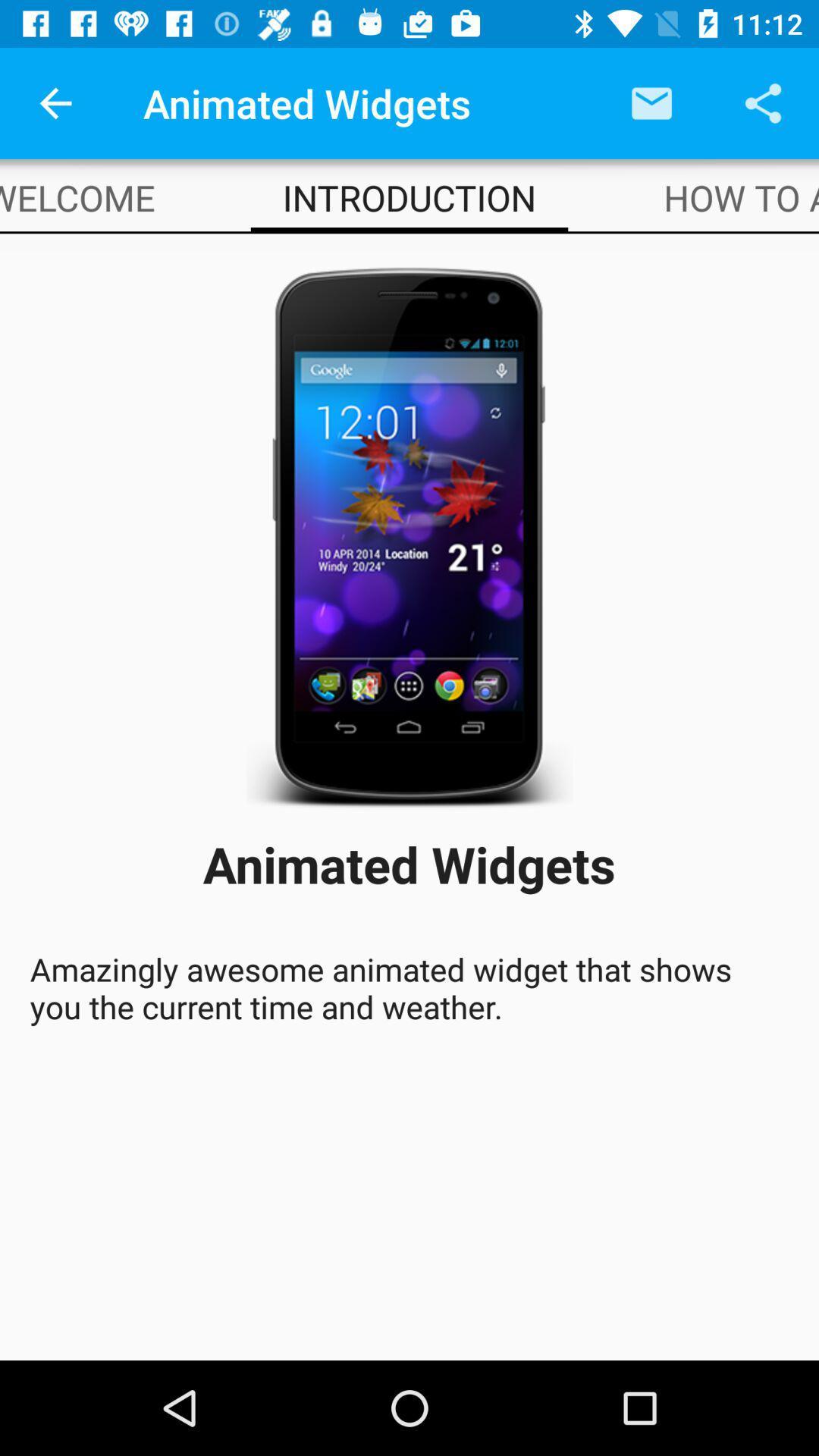 Image resolution: width=819 pixels, height=1456 pixels. Describe the element at coordinates (55, 102) in the screenshot. I see `the item to the left of animated widgets icon` at that location.